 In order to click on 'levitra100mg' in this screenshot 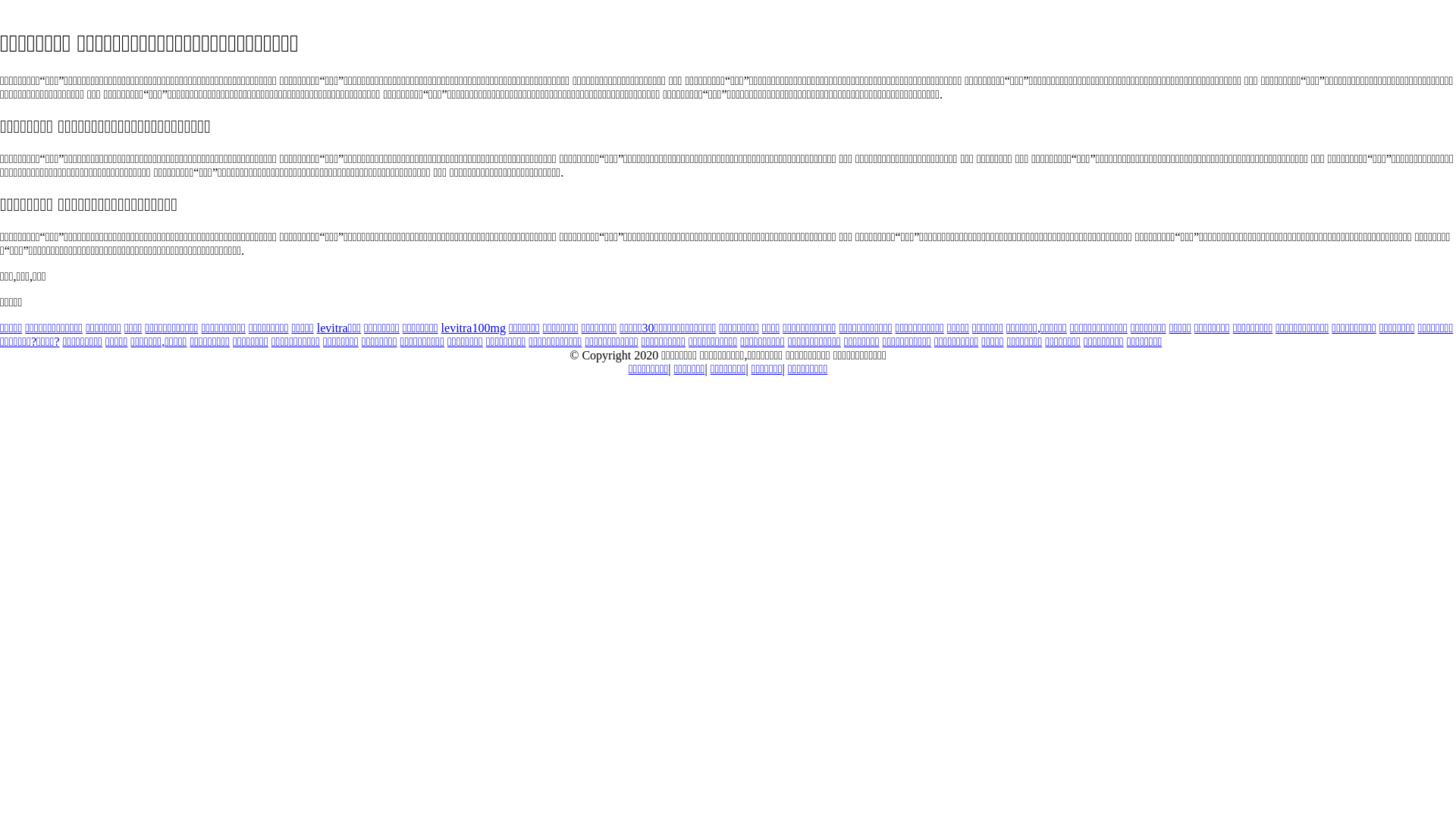, I will do `click(472, 327)`.